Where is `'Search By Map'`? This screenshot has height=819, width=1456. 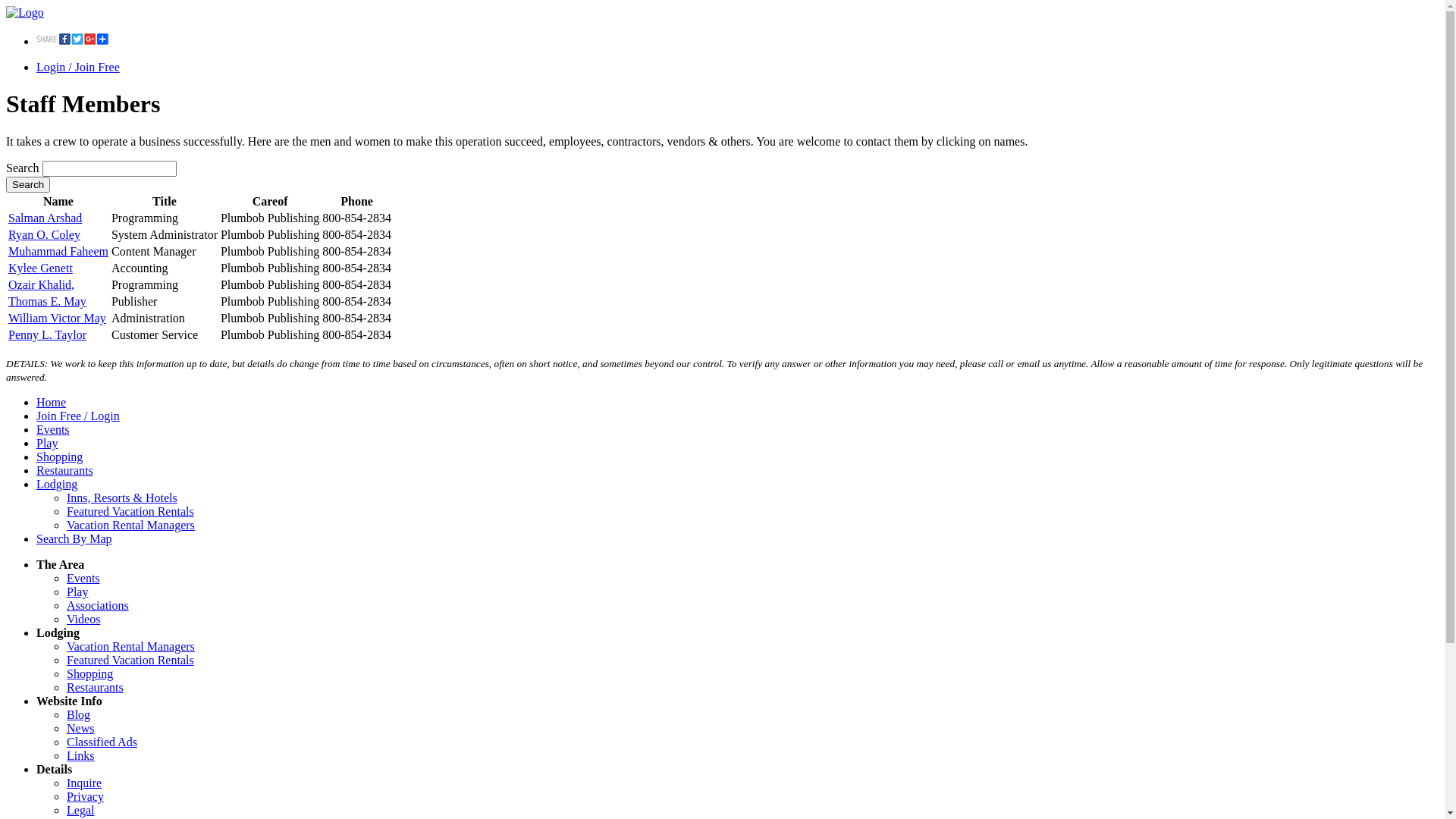
'Search By Map' is located at coordinates (73, 538).